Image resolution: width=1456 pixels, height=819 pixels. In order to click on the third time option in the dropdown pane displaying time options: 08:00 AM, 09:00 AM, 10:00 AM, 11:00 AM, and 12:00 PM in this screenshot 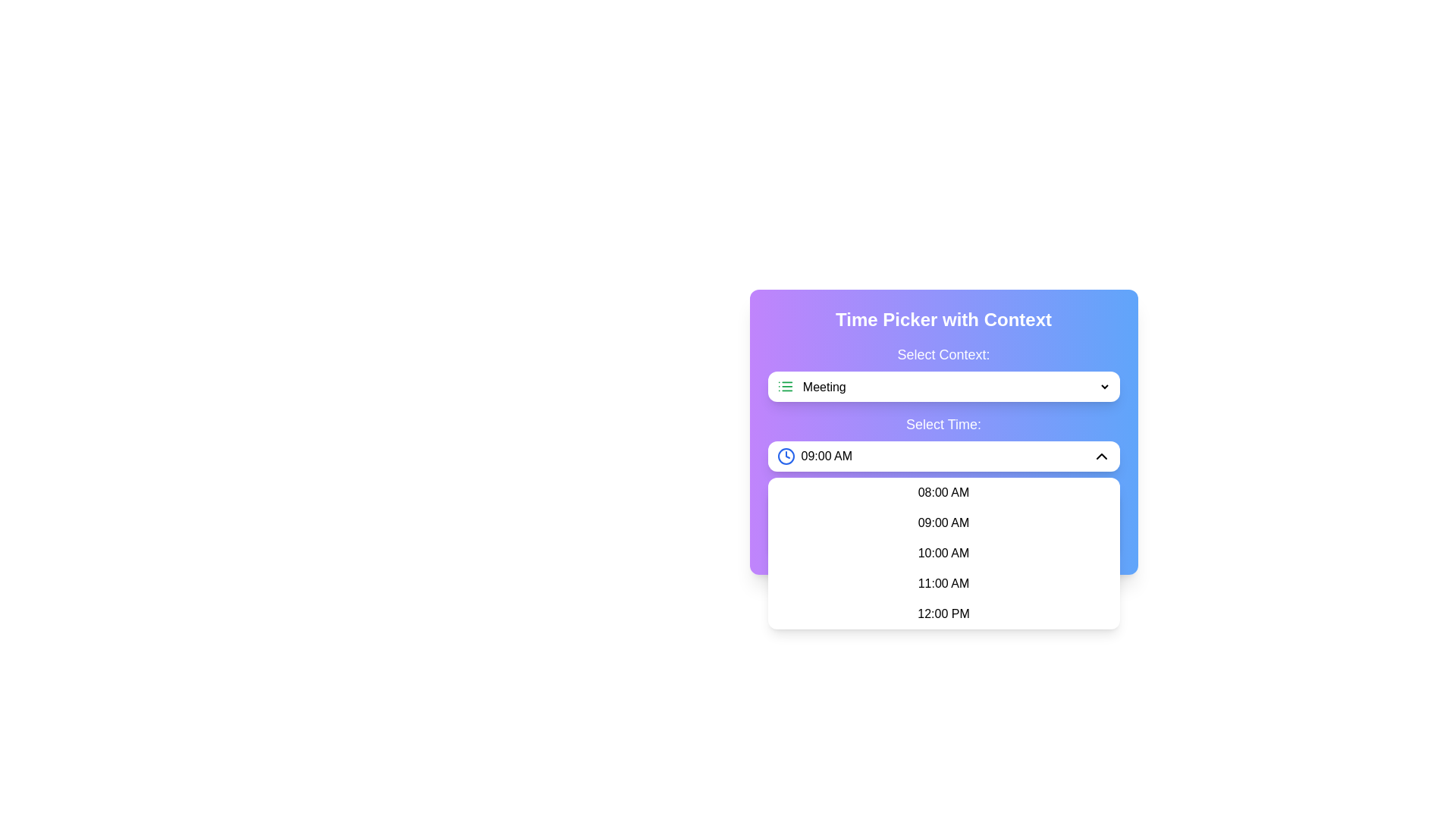, I will do `click(943, 553)`.